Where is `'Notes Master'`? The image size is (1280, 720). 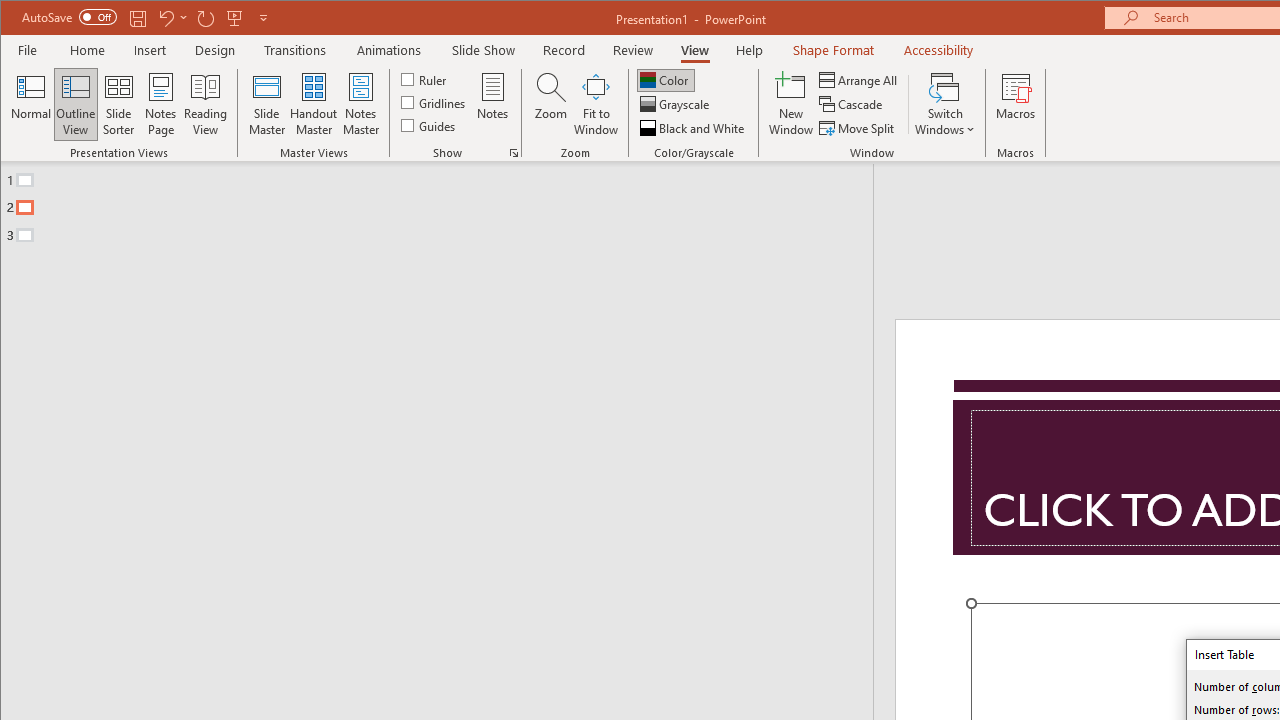
'Notes Master' is located at coordinates (360, 104).